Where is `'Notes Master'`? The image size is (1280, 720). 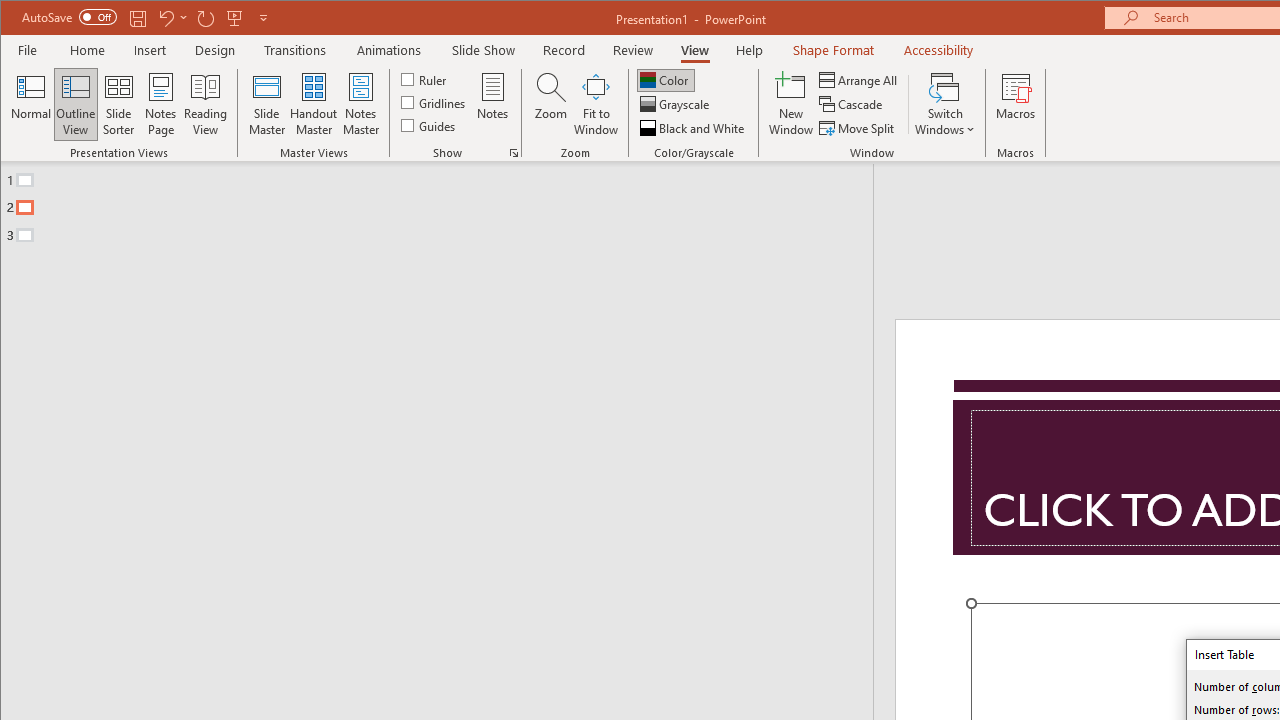
'Notes Master' is located at coordinates (360, 104).